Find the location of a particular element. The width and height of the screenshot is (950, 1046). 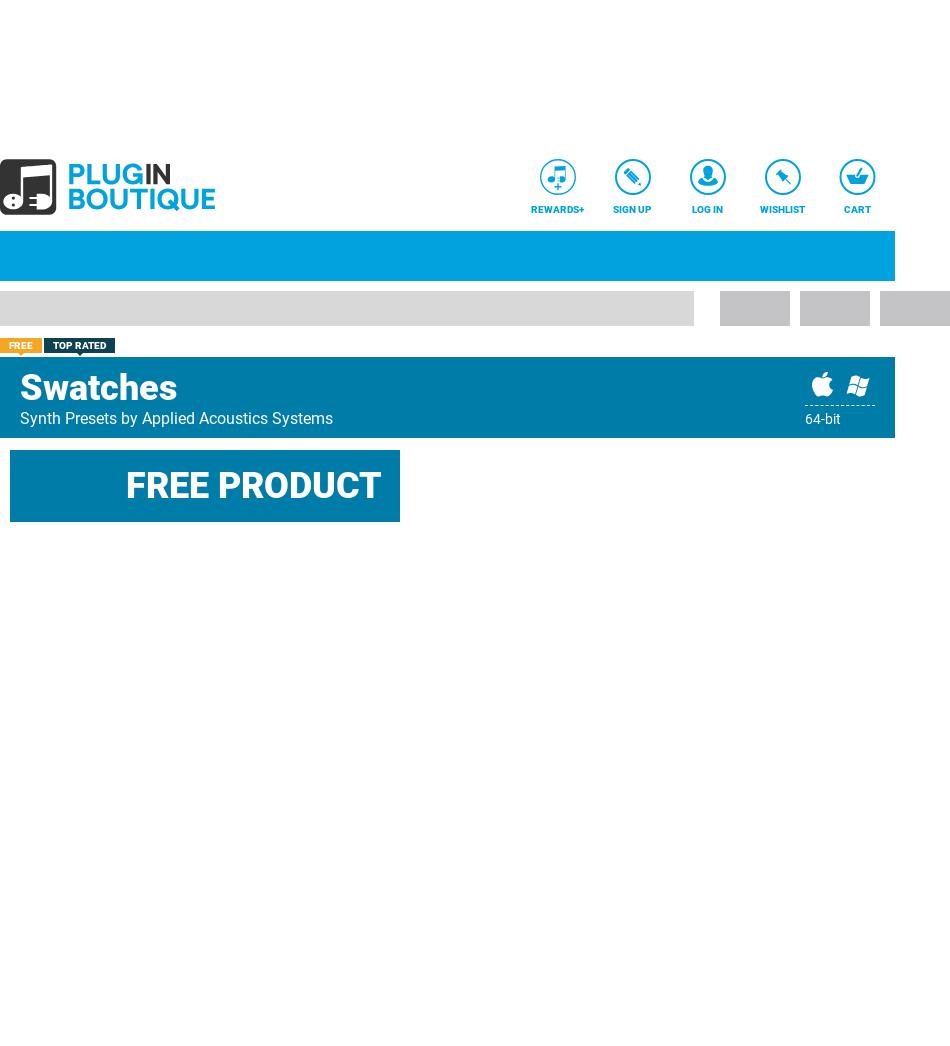

'Applied Acoustics Systems' is located at coordinates (237, 417).